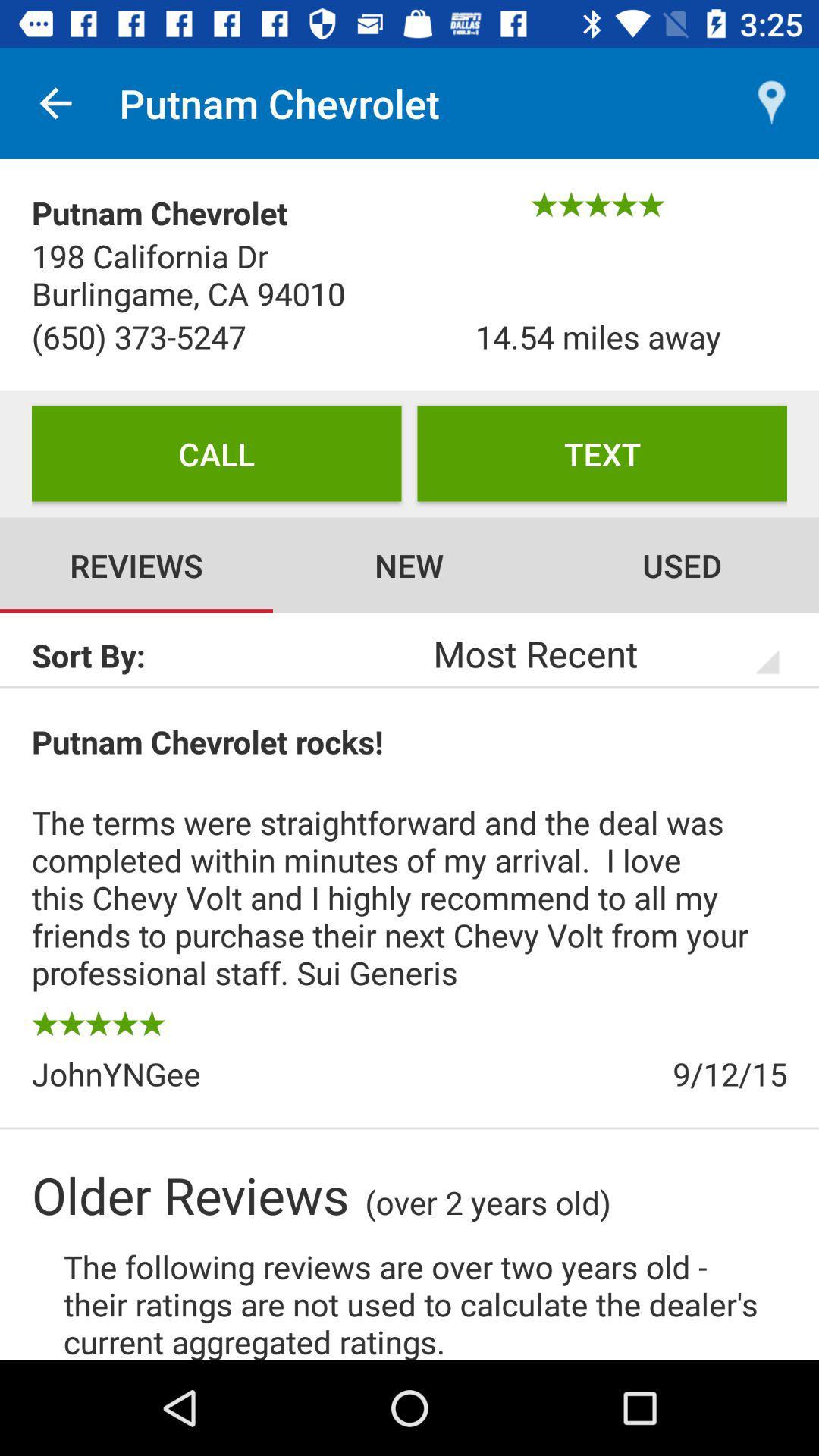 This screenshot has height=1456, width=819. Describe the element at coordinates (55, 102) in the screenshot. I see `the item above the putnam chevrolet item` at that location.